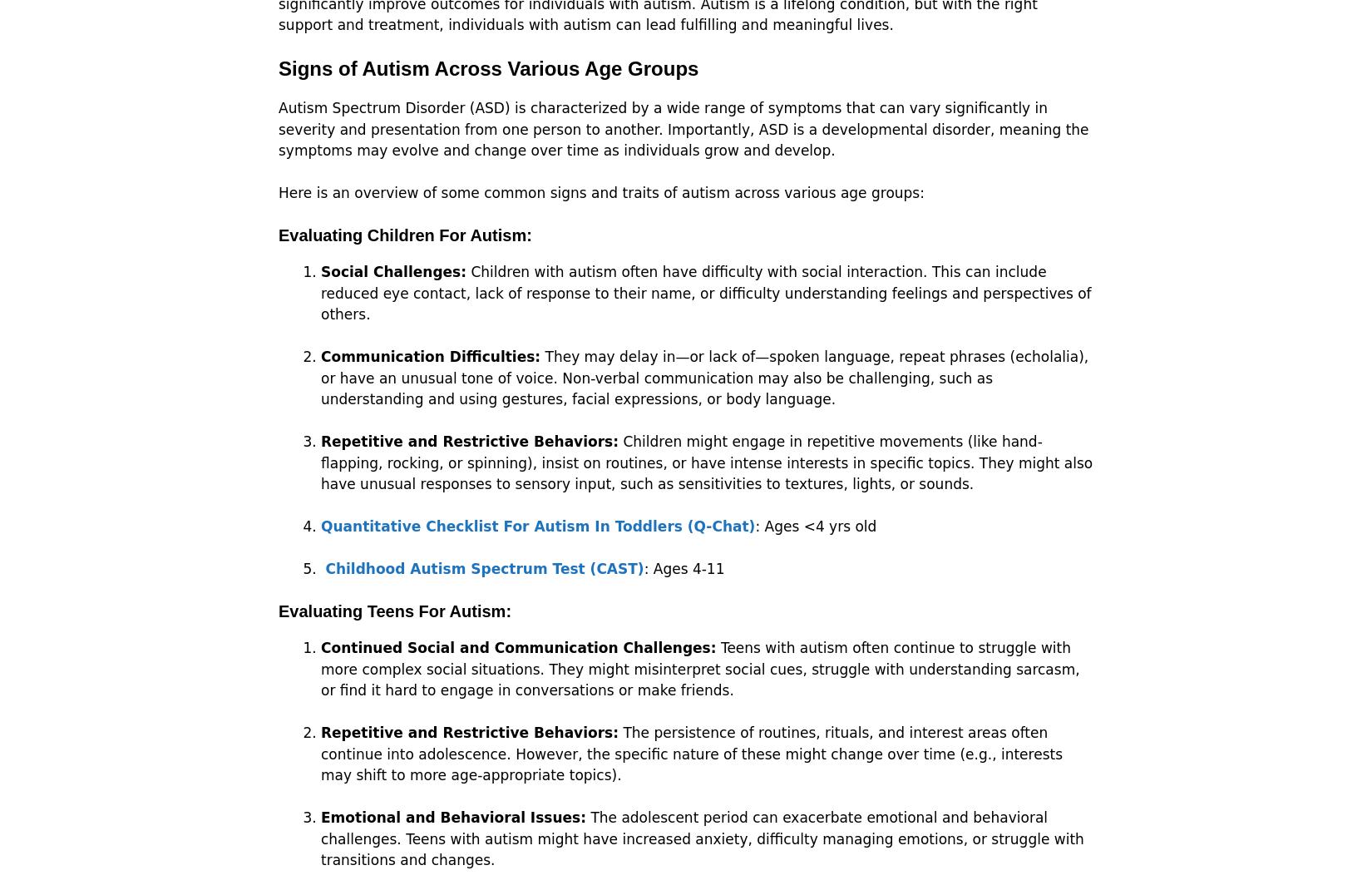  I want to click on 'Autism Spectrum Disorder (ASD) is characterized by a wide range of symptoms that can vary significantly in severity and presentation from one person to another. Importantly, ASD is a developmental disorder, meaning the symptoms may evolve and change over time as individuals grow and develop.', so click(683, 129).